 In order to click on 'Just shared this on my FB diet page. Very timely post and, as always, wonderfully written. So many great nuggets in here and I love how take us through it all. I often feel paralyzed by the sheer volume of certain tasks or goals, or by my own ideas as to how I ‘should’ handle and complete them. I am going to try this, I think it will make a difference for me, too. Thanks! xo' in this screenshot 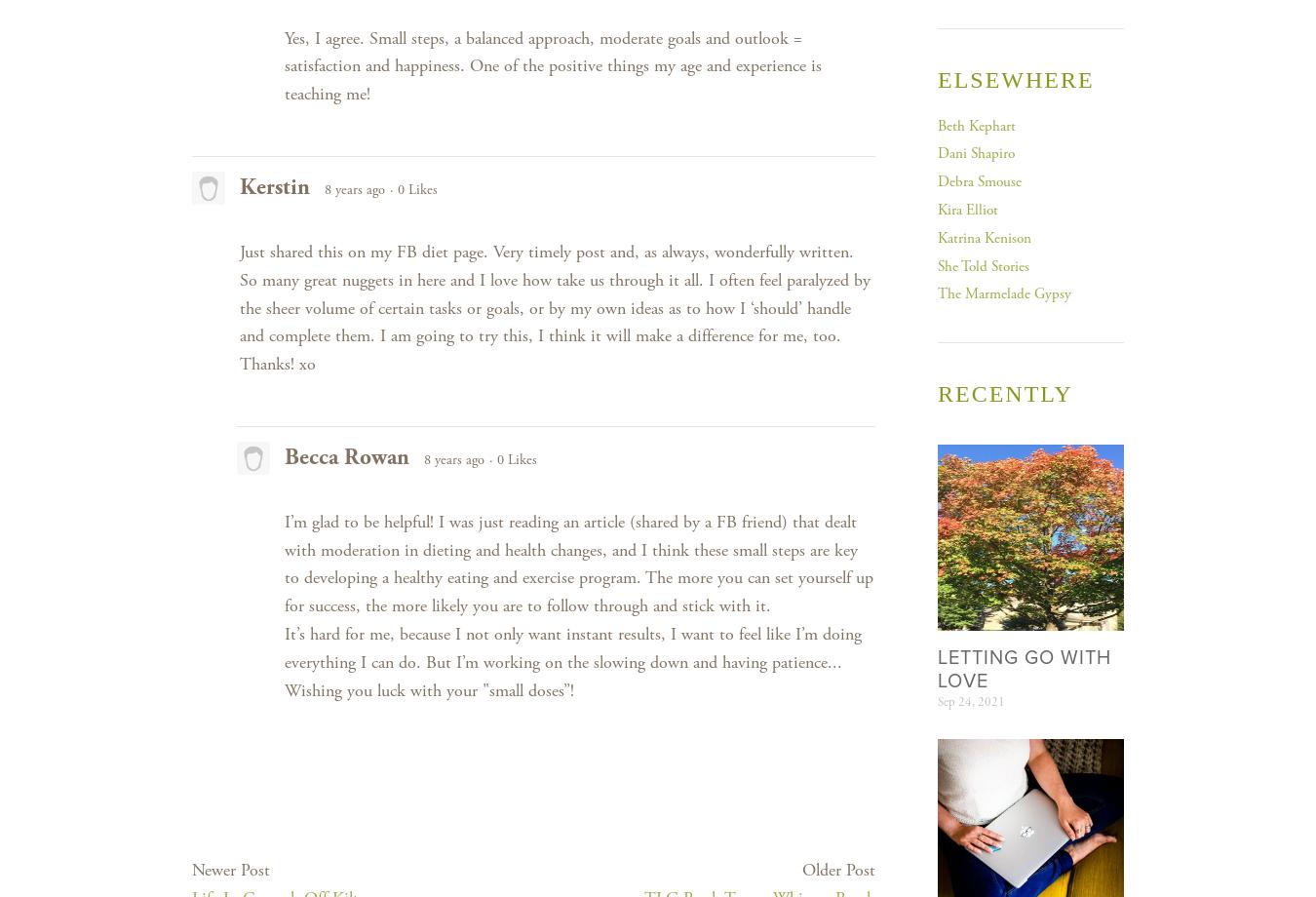, I will do `click(555, 307)`.